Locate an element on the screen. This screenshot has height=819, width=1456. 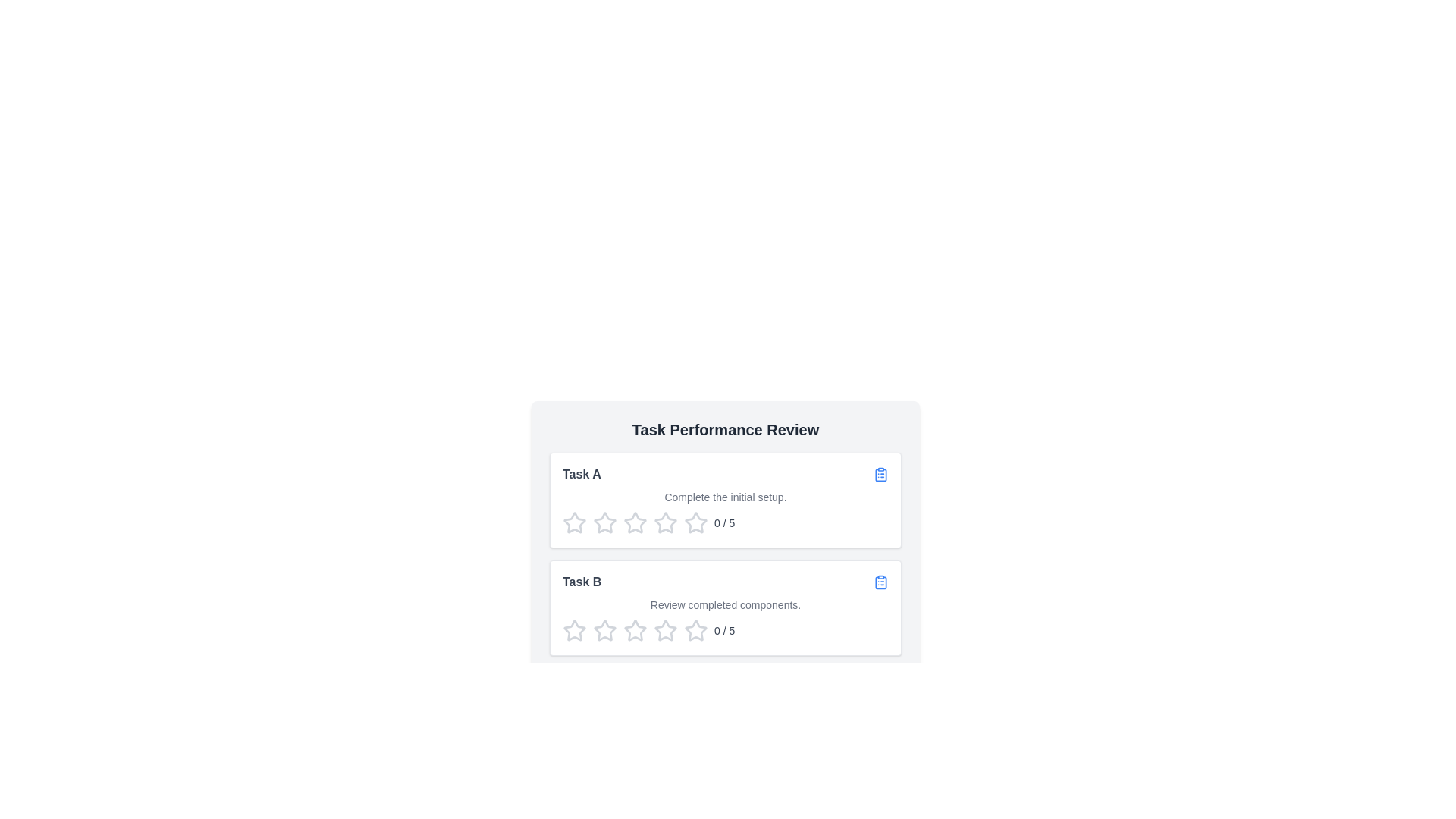
the clipboard icon is located at coordinates (880, 473).